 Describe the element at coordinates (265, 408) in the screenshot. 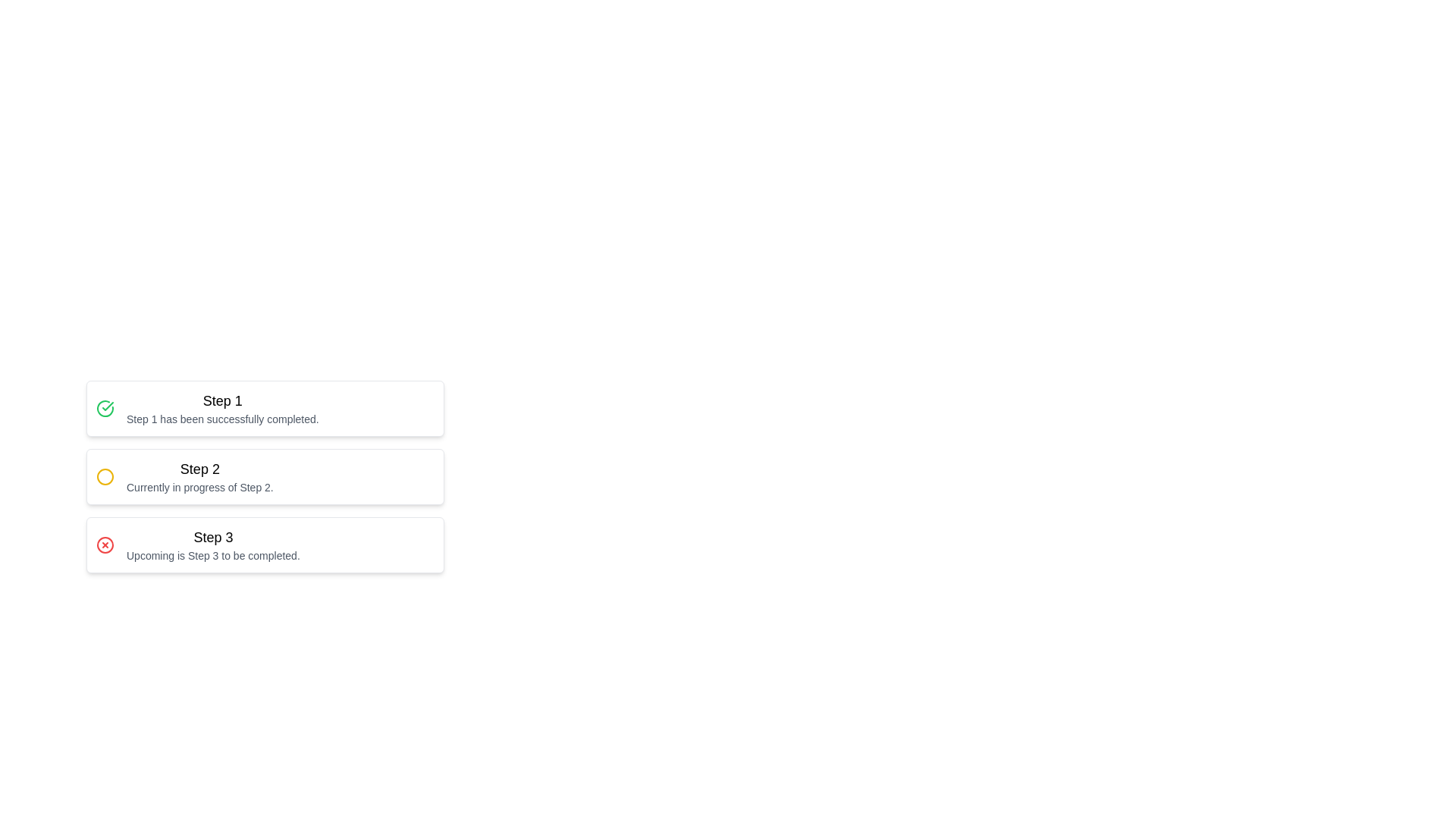

I see `the Information card displaying 'Step 1' and its completion status by clicking on it, which is the first card in a vertical list of three similar cards` at that location.